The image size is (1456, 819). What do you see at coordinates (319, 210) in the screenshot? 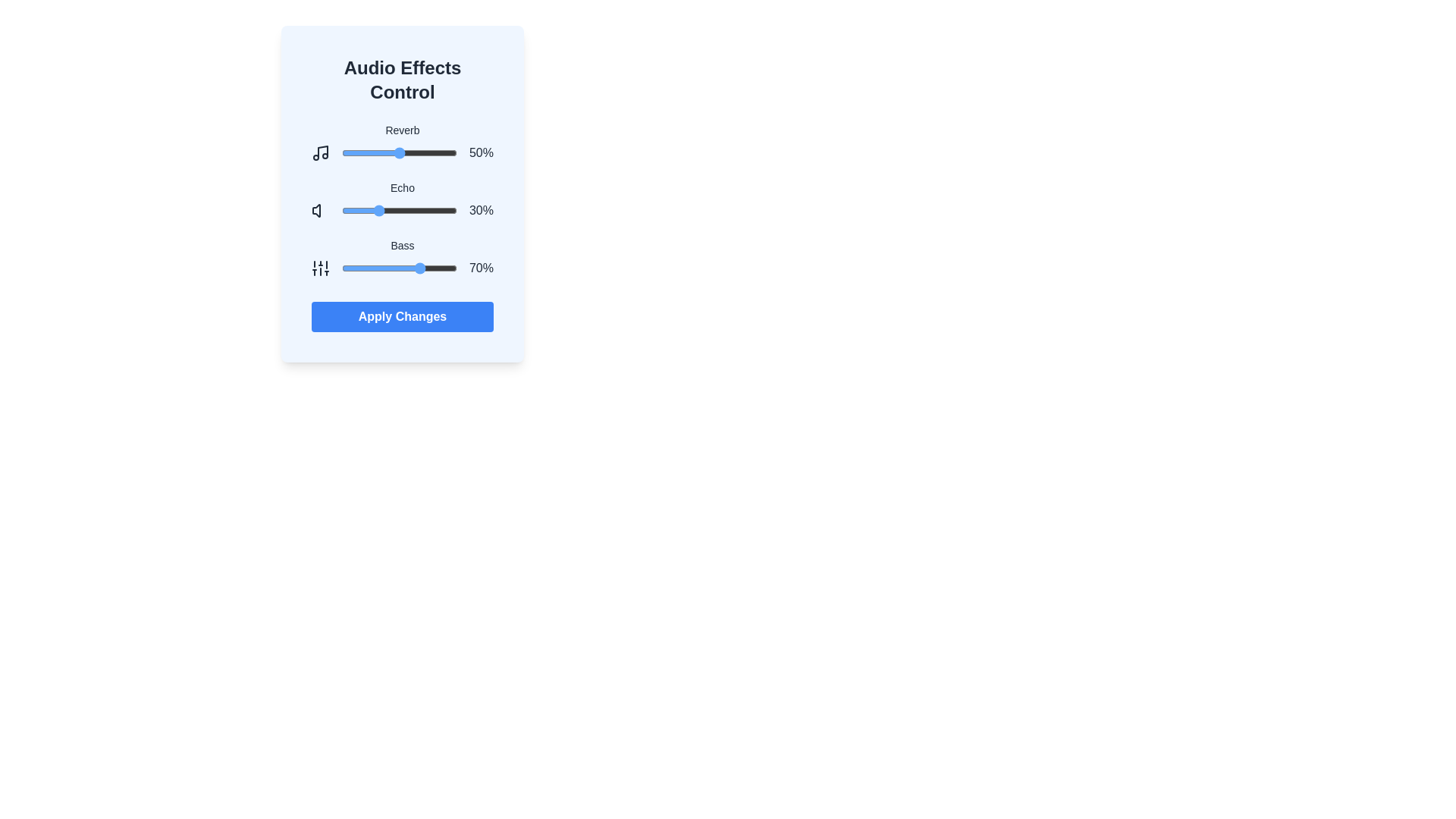
I see `the volume adjustment icon located to the left of the range slider and the '30%' label in the middle row of the 'Audio Effects Control' panel` at bounding box center [319, 210].